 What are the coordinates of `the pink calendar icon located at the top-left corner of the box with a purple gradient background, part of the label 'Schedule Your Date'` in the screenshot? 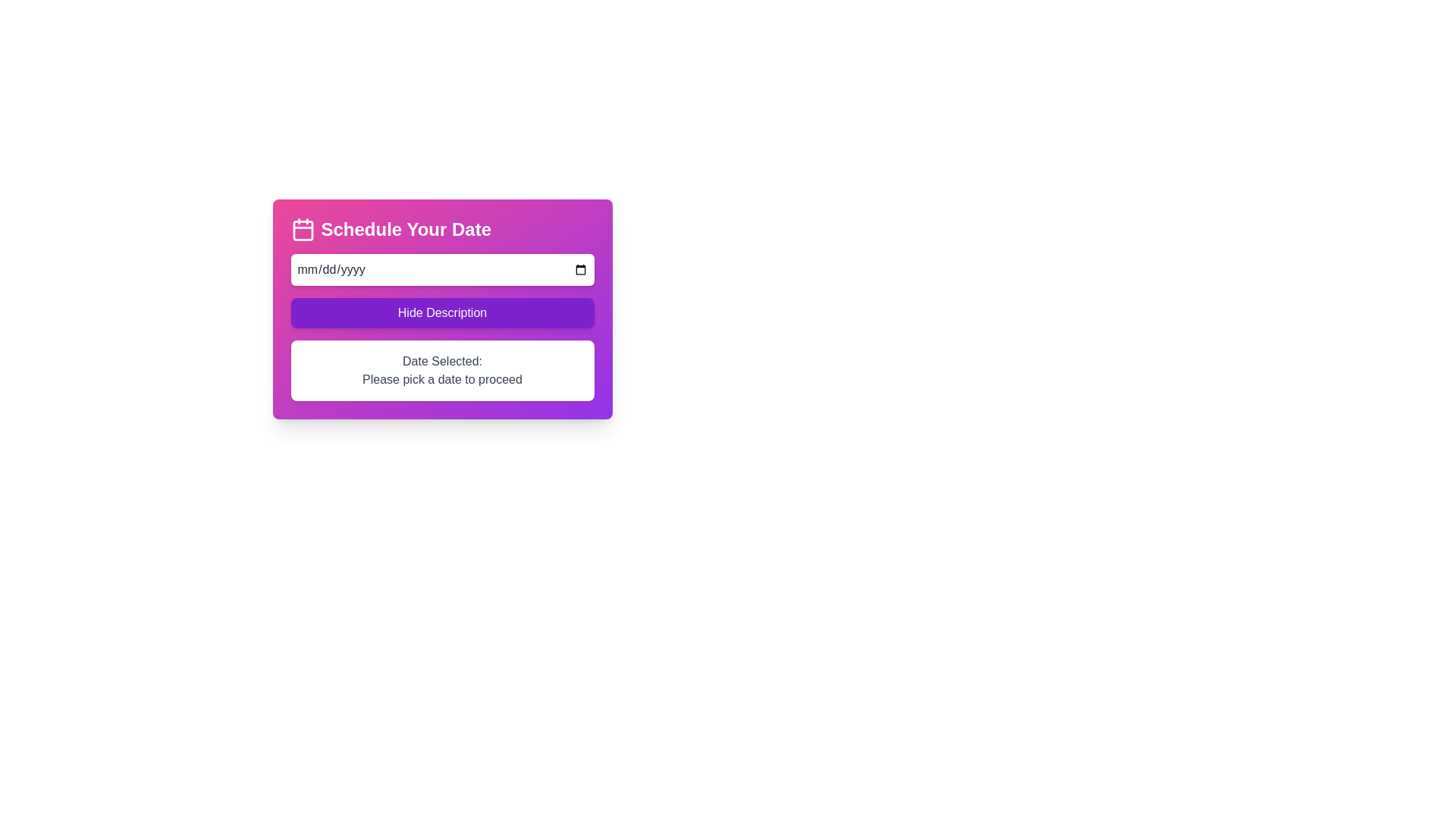 It's located at (303, 230).